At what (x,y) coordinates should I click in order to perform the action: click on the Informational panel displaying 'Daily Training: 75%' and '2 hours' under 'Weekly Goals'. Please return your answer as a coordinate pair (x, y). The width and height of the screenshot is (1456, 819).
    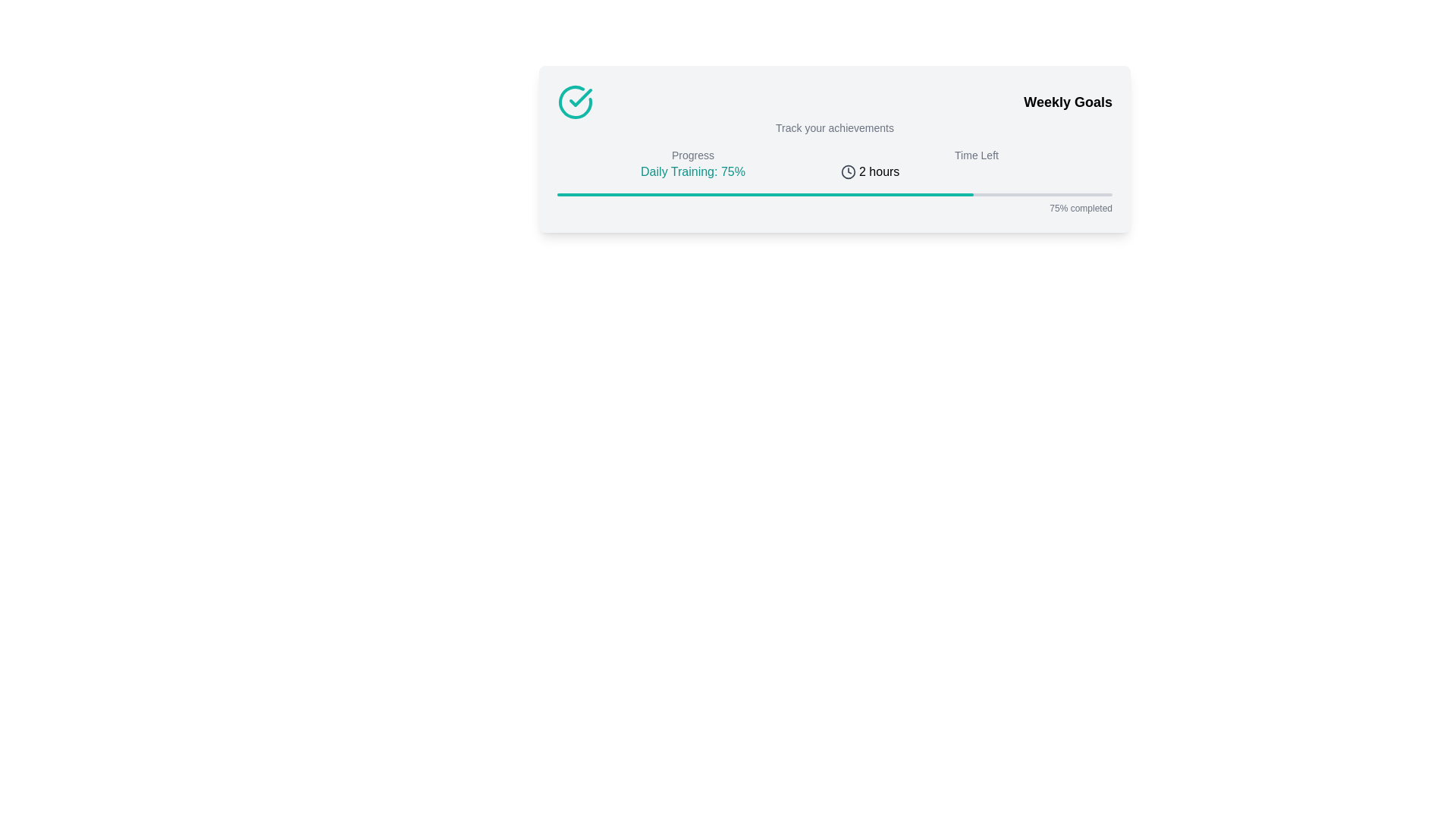
    Looking at the image, I should click on (833, 164).